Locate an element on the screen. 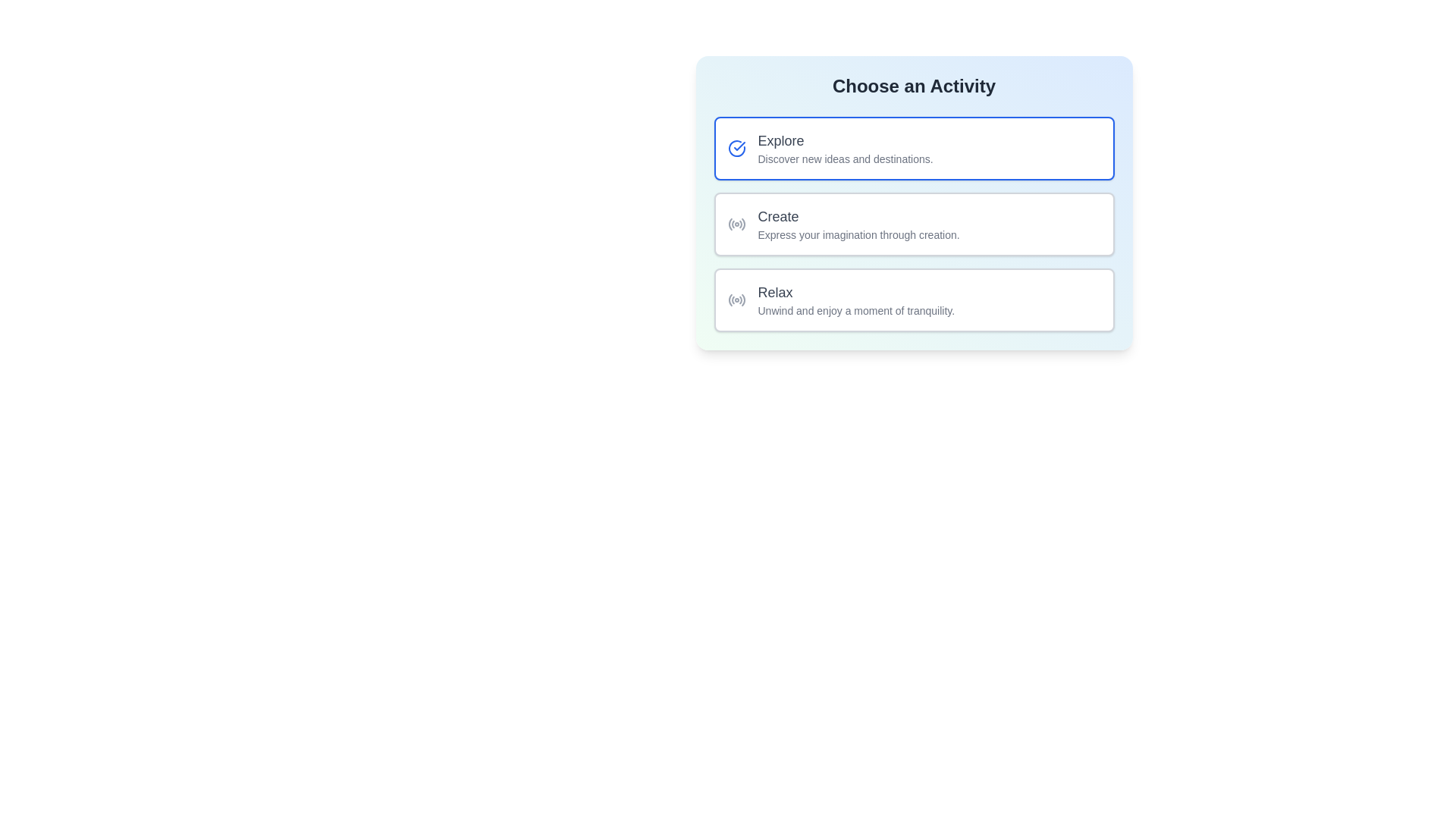 Image resolution: width=1456 pixels, height=819 pixels. text content of the header and paragraph element that includes 'Explore' and 'Discover new ideas and destinations.' is located at coordinates (845, 149).